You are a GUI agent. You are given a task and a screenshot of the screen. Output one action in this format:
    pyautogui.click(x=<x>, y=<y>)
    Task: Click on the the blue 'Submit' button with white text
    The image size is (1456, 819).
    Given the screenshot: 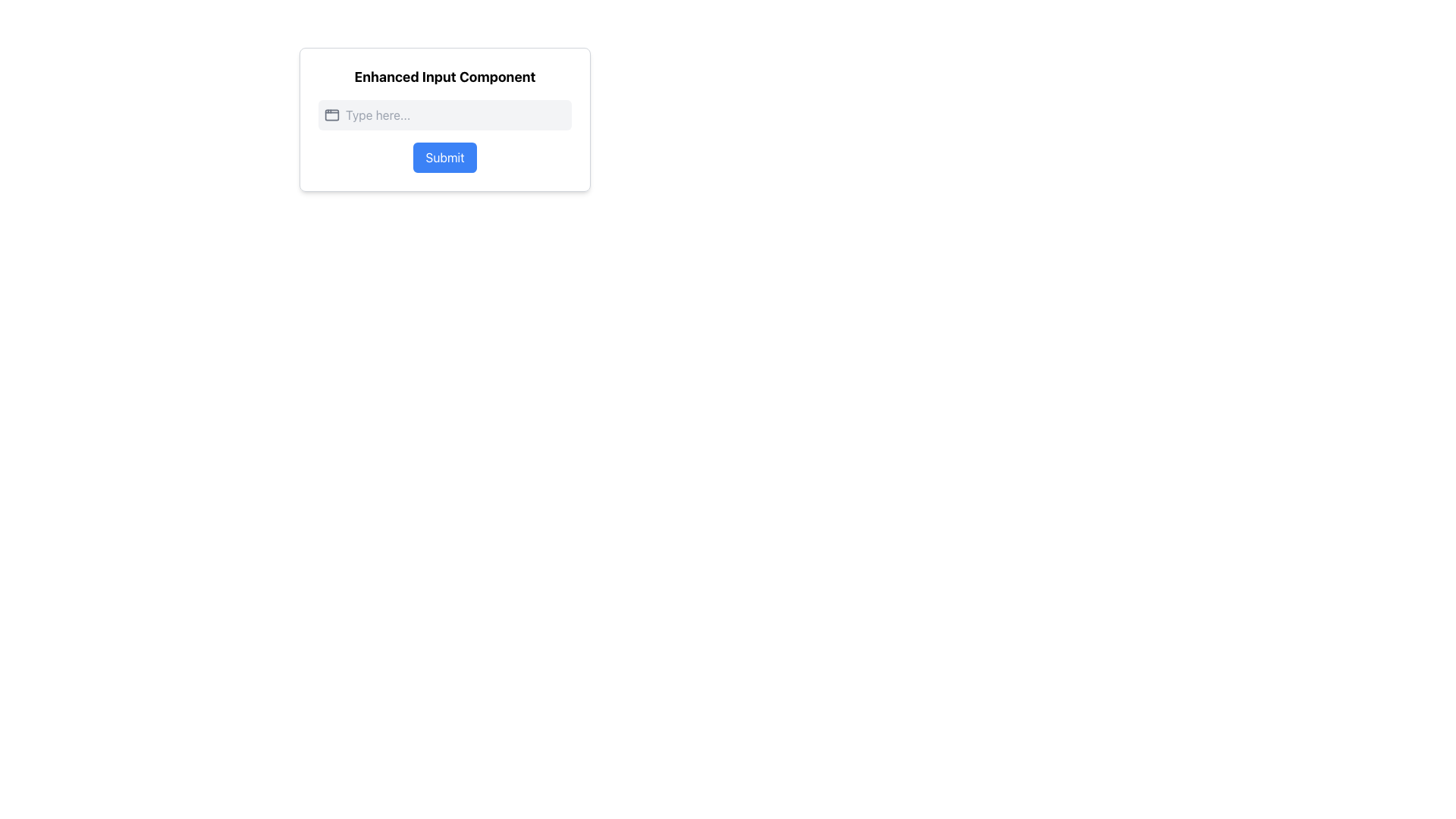 What is the action you would take?
    pyautogui.click(x=444, y=158)
    